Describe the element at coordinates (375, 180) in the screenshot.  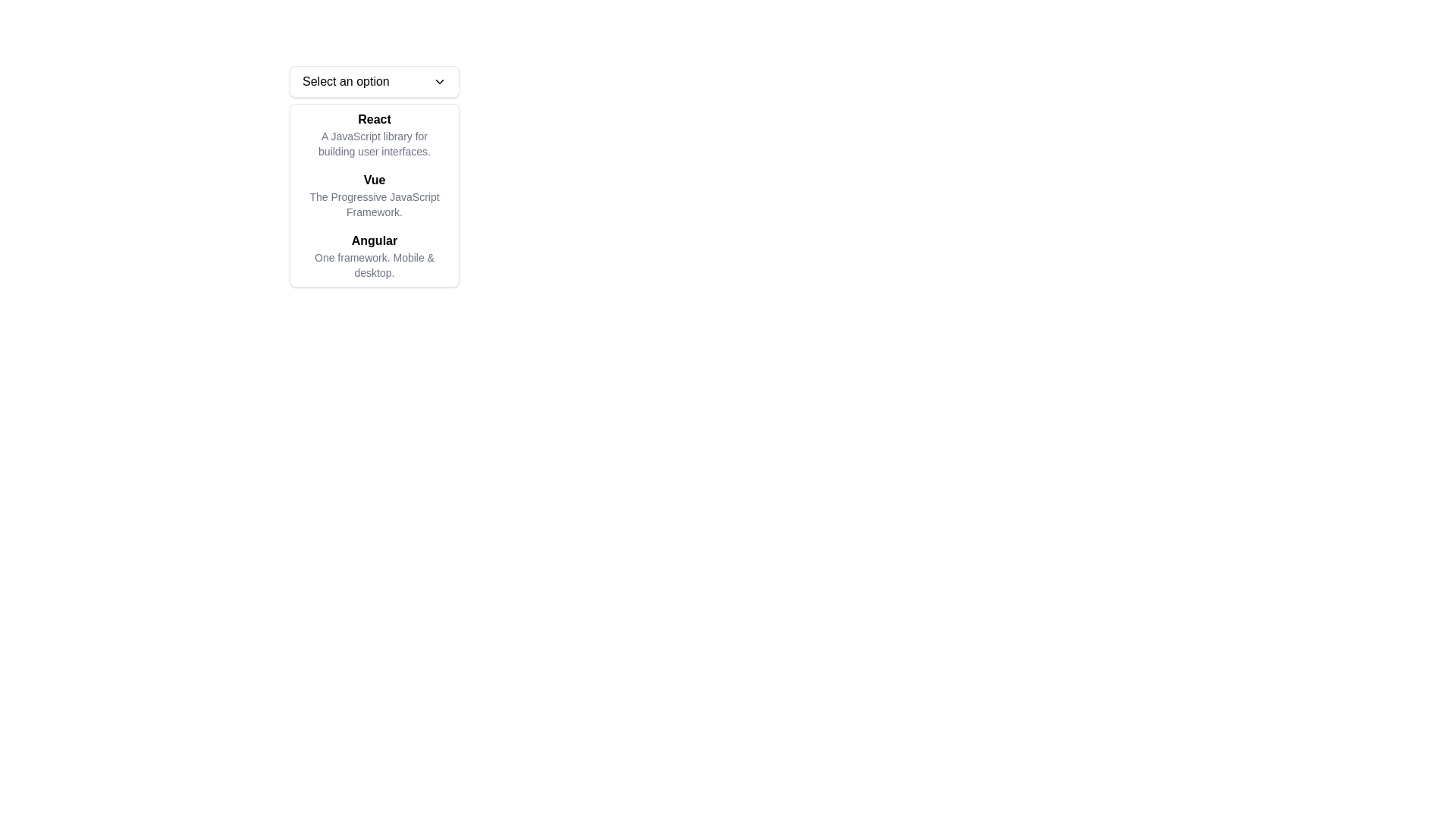
I see `the Text label which serves as a title for the selected framework description in the dropdown menu, located between the dropdown title 'Select an option' and the description text 'The Progressive JavaScript Framework.'` at that location.